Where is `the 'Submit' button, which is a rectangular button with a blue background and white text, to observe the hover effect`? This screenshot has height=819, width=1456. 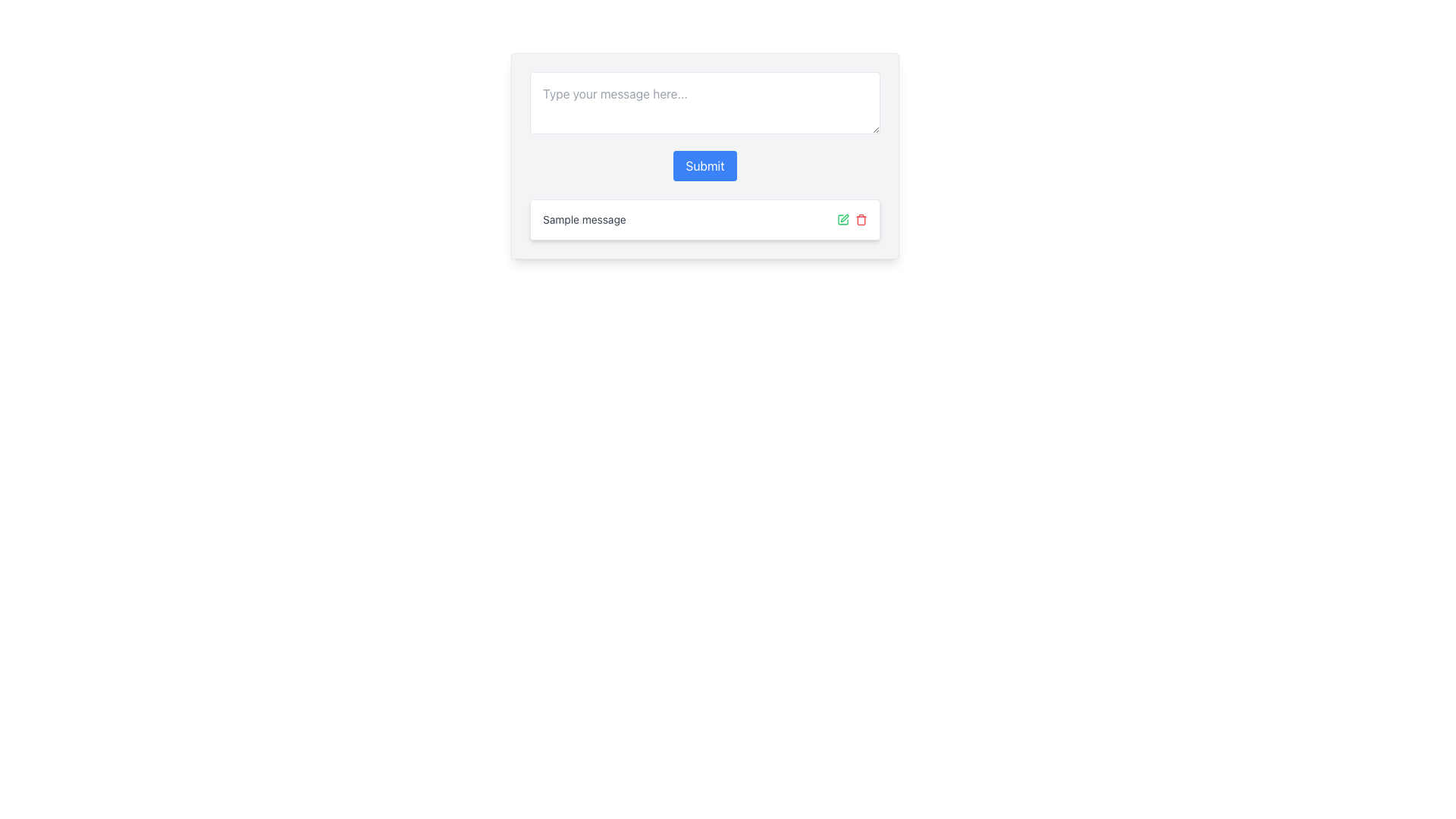 the 'Submit' button, which is a rectangular button with a blue background and white text, to observe the hover effect is located at coordinates (704, 166).